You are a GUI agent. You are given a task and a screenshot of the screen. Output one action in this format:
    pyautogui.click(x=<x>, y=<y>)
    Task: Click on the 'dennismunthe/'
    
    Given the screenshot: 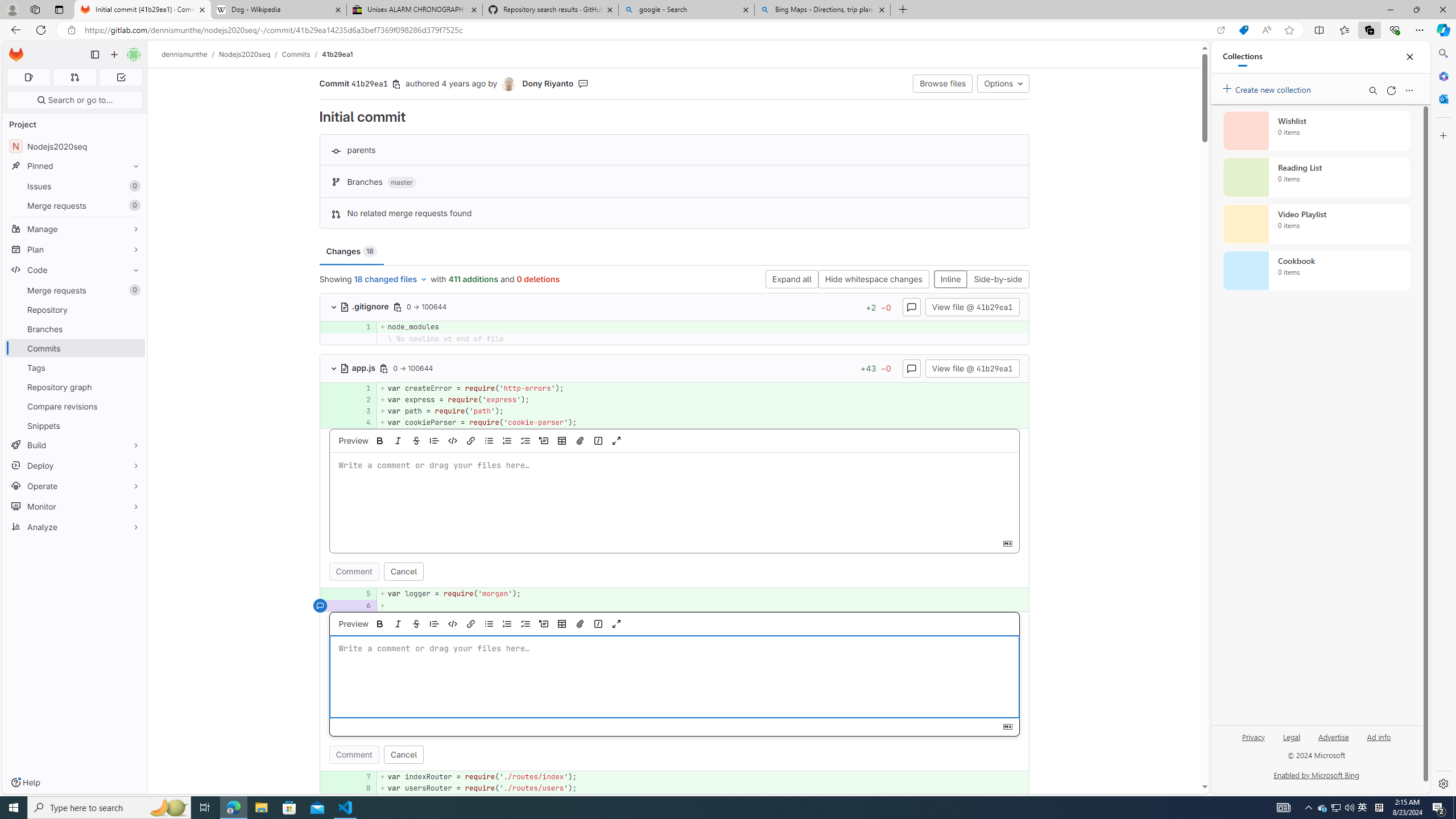 What is the action you would take?
    pyautogui.click(x=190, y=54)
    